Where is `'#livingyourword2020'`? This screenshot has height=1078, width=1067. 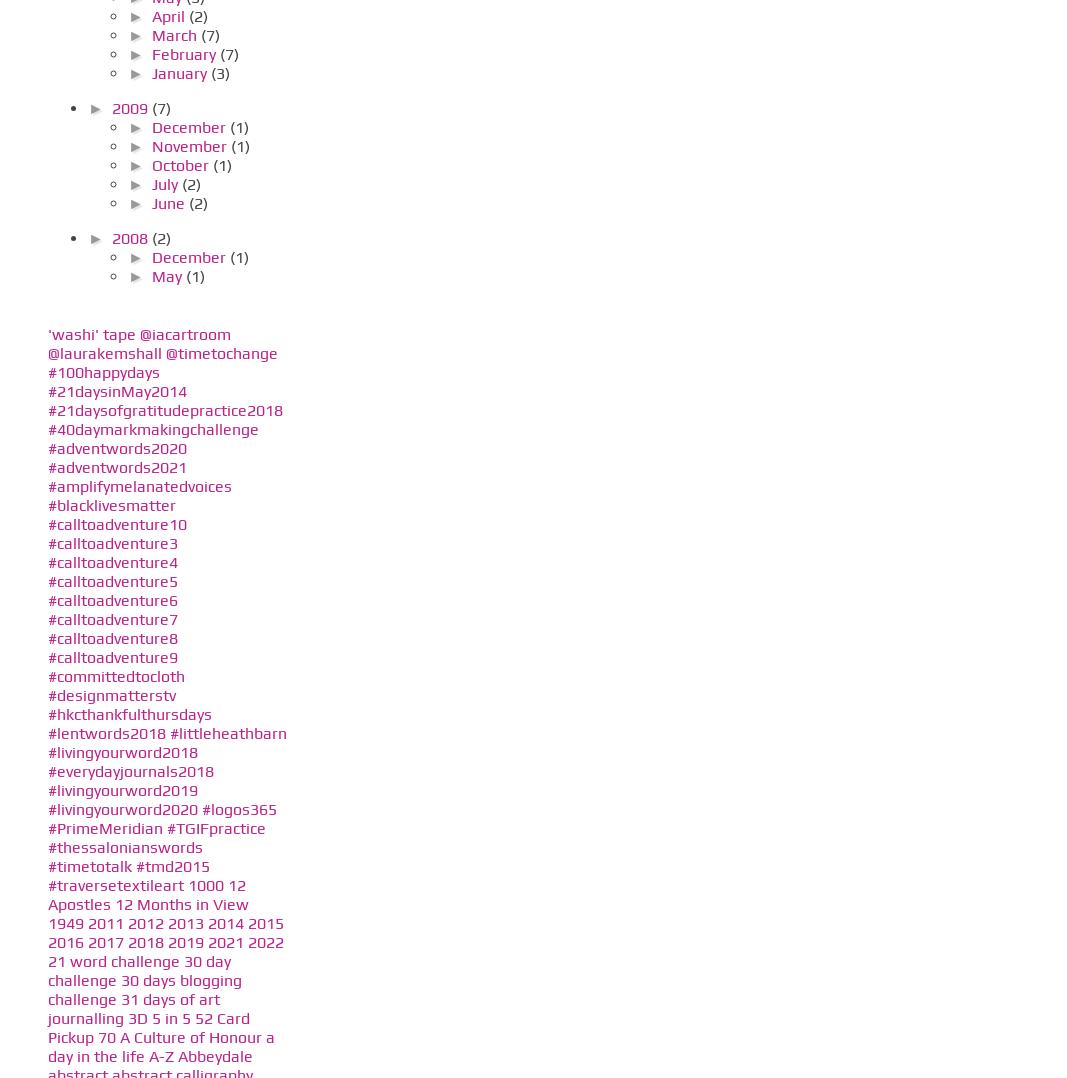
'#livingyourword2020' is located at coordinates (47, 808).